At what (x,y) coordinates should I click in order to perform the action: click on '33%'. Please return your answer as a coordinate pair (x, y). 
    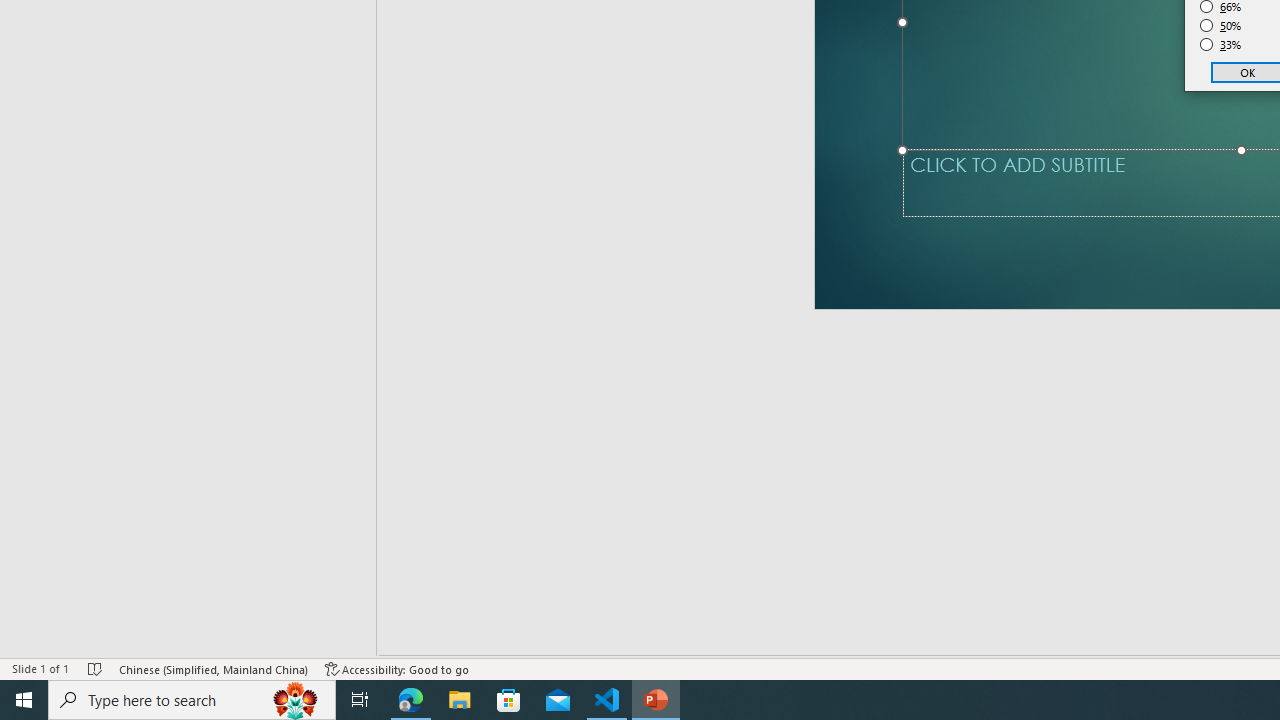
    Looking at the image, I should click on (1220, 45).